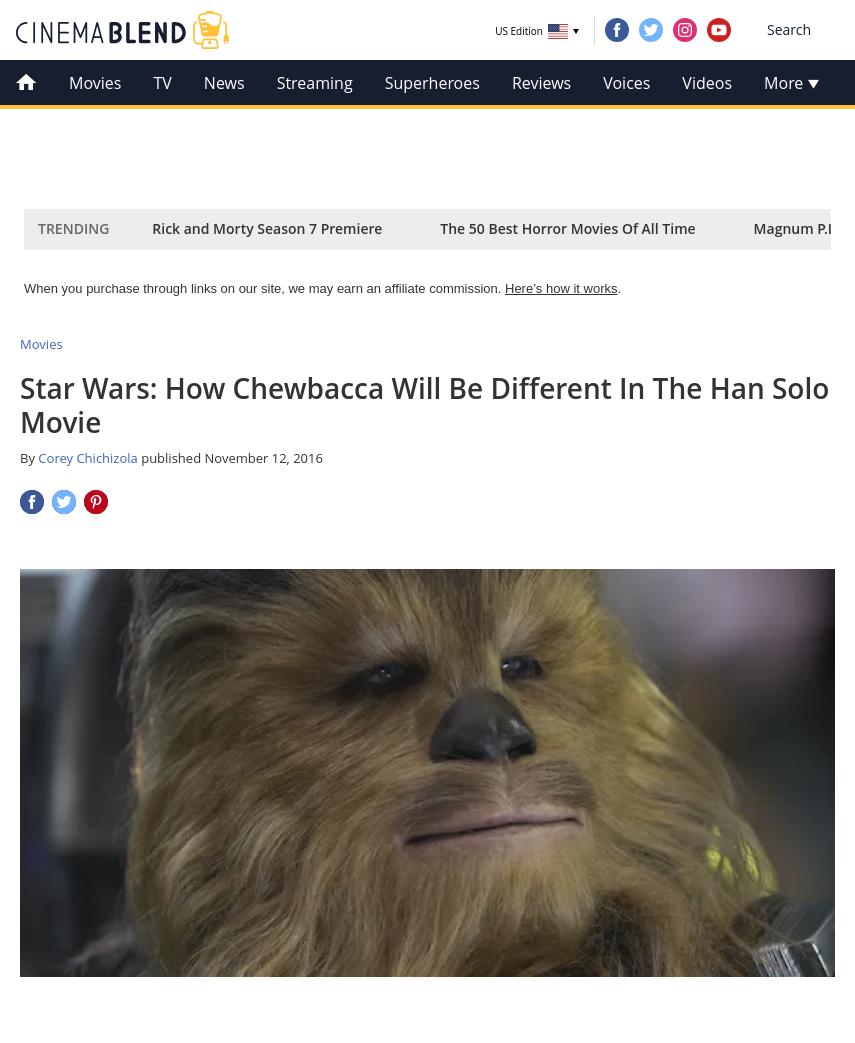 This screenshot has height=1043, width=855. I want to click on 'November 12, 2016', so click(261, 456).